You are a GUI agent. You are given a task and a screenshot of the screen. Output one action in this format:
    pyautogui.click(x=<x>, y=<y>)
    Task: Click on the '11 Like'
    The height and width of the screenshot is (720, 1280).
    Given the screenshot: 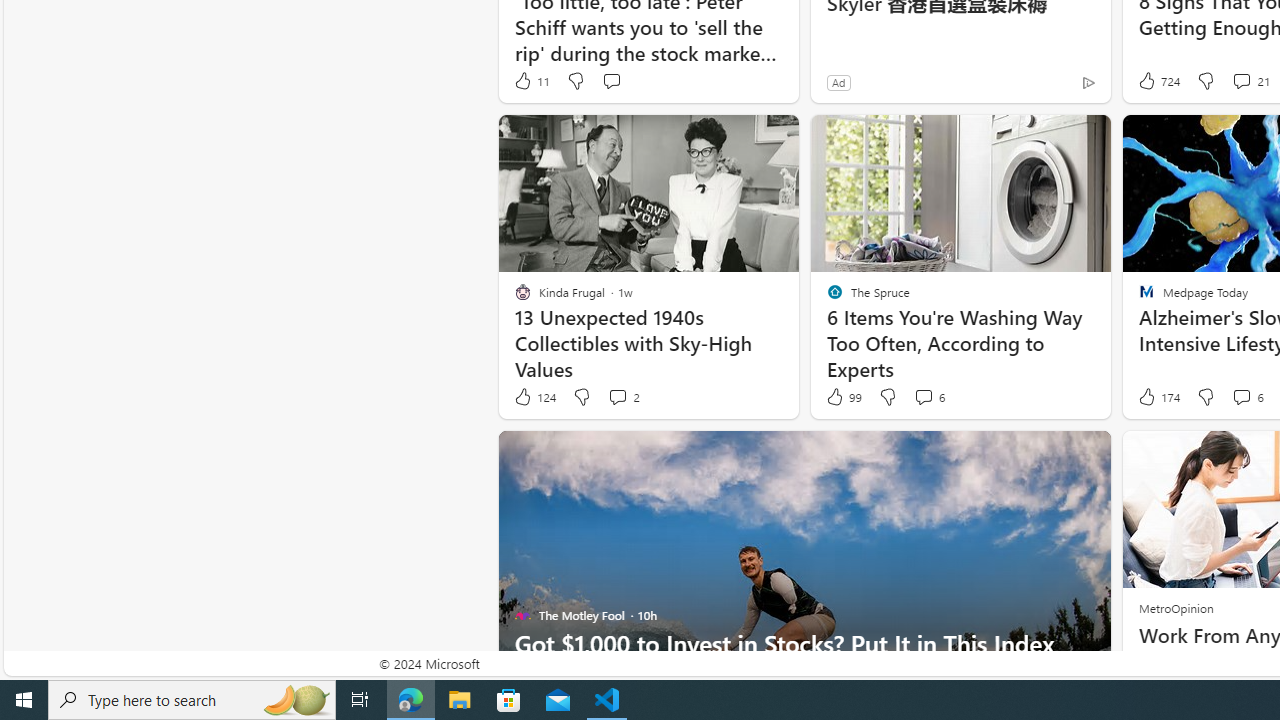 What is the action you would take?
    pyautogui.click(x=531, y=80)
    